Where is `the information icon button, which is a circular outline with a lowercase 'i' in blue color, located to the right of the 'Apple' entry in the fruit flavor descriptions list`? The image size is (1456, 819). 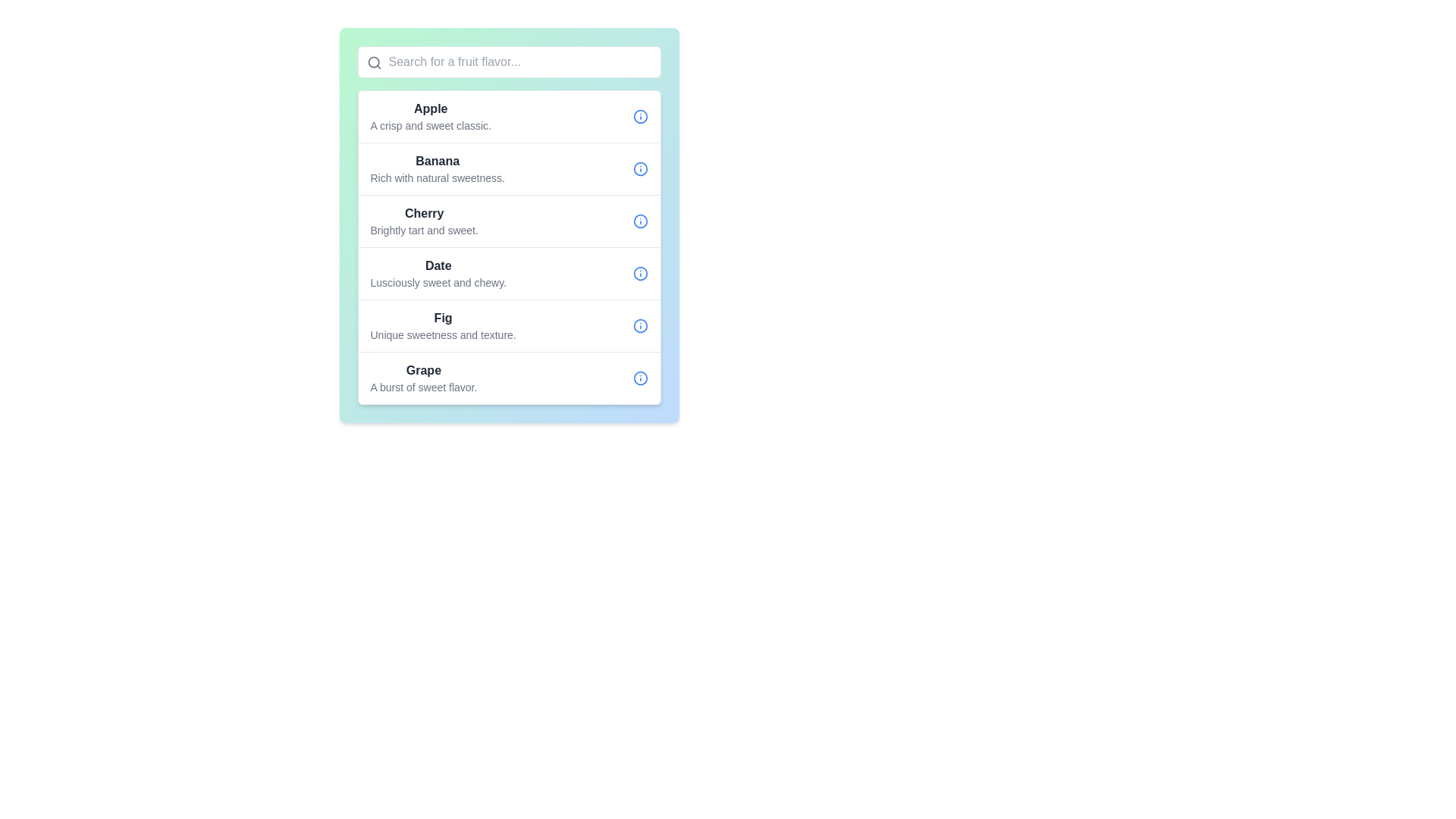
the information icon button, which is a circular outline with a lowercase 'i' in blue color, located to the right of the 'Apple' entry in the fruit flavor descriptions list is located at coordinates (640, 116).